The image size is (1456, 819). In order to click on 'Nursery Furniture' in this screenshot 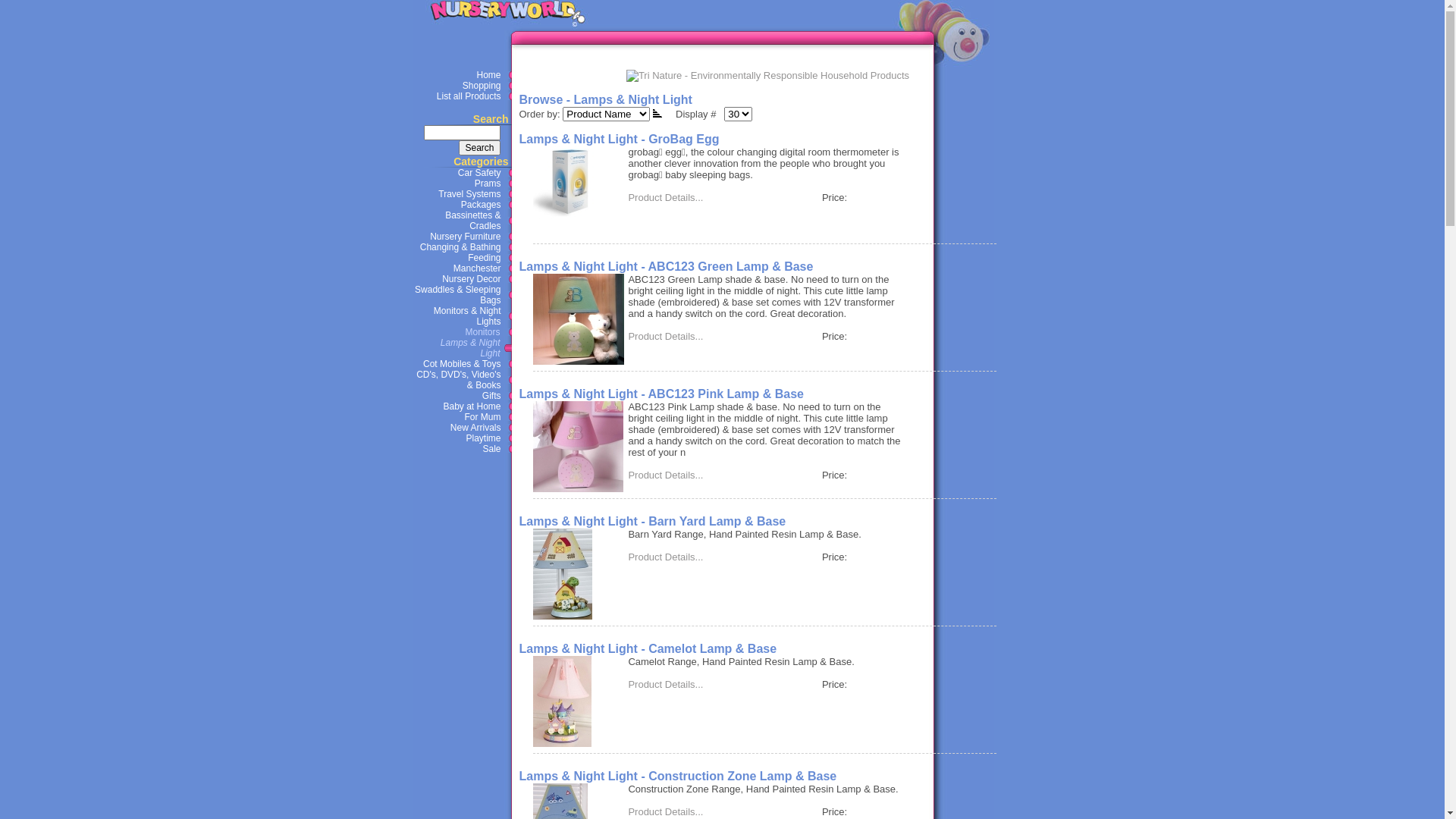, I will do `click(461, 237)`.